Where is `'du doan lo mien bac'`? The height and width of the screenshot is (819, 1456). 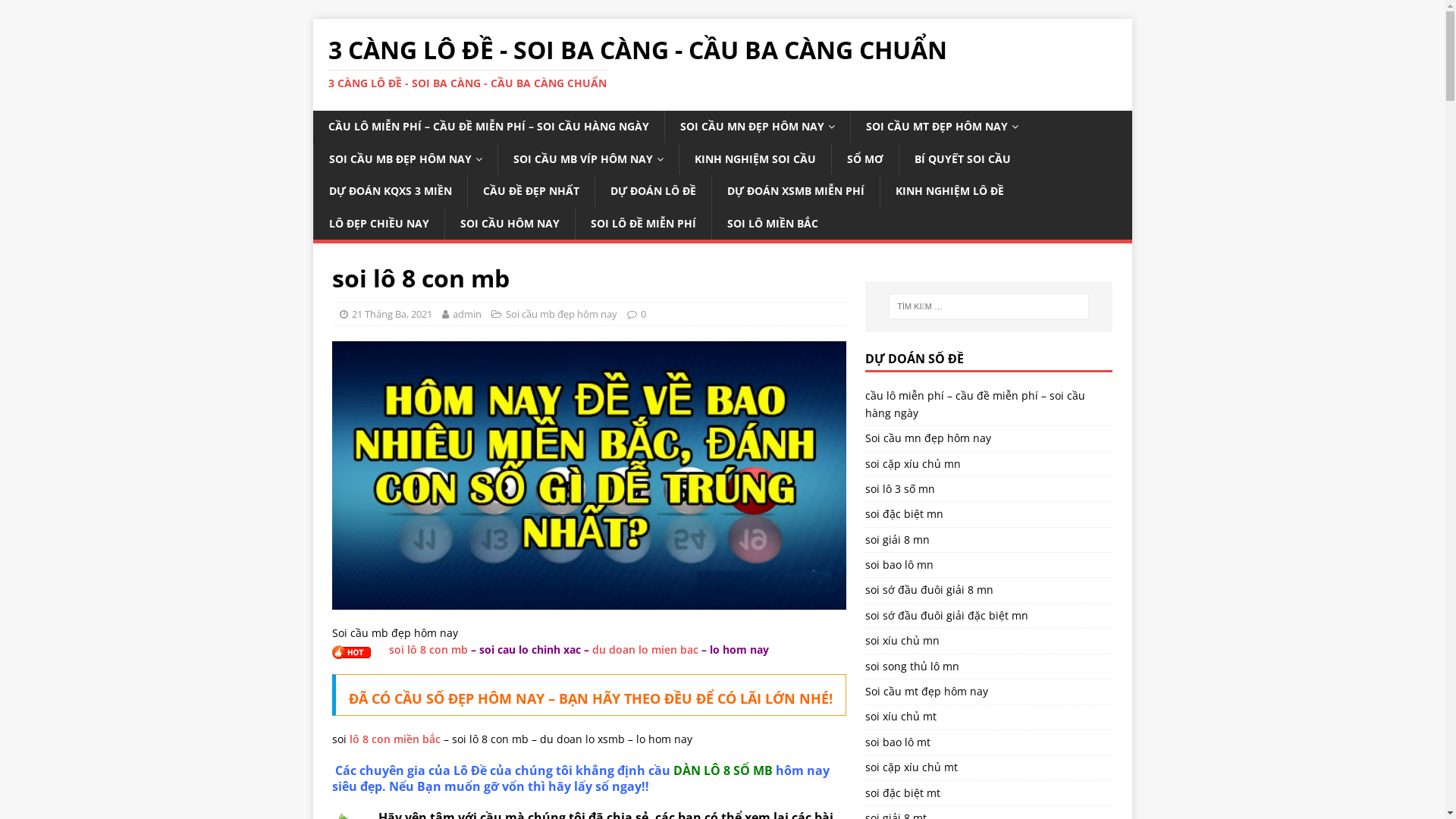 'du doan lo mien bac' is located at coordinates (644, 648).